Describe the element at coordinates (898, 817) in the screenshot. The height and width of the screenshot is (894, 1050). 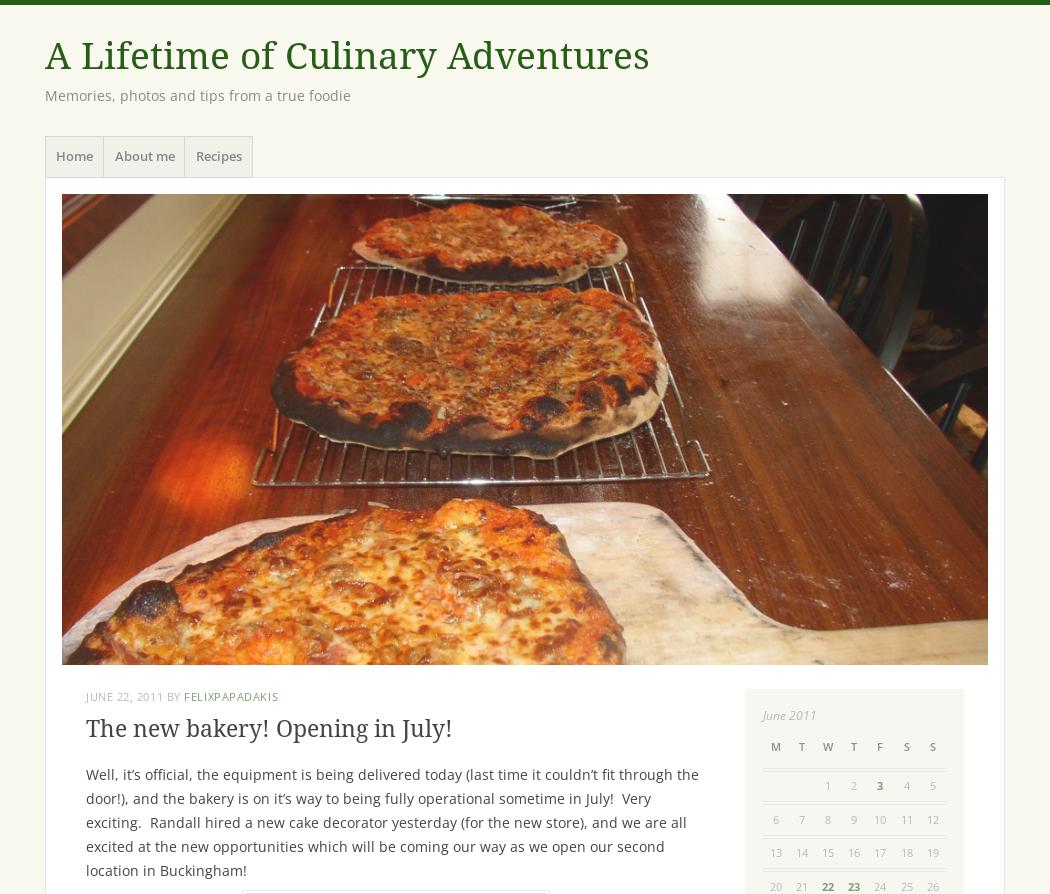
I see `'11'` at that location.